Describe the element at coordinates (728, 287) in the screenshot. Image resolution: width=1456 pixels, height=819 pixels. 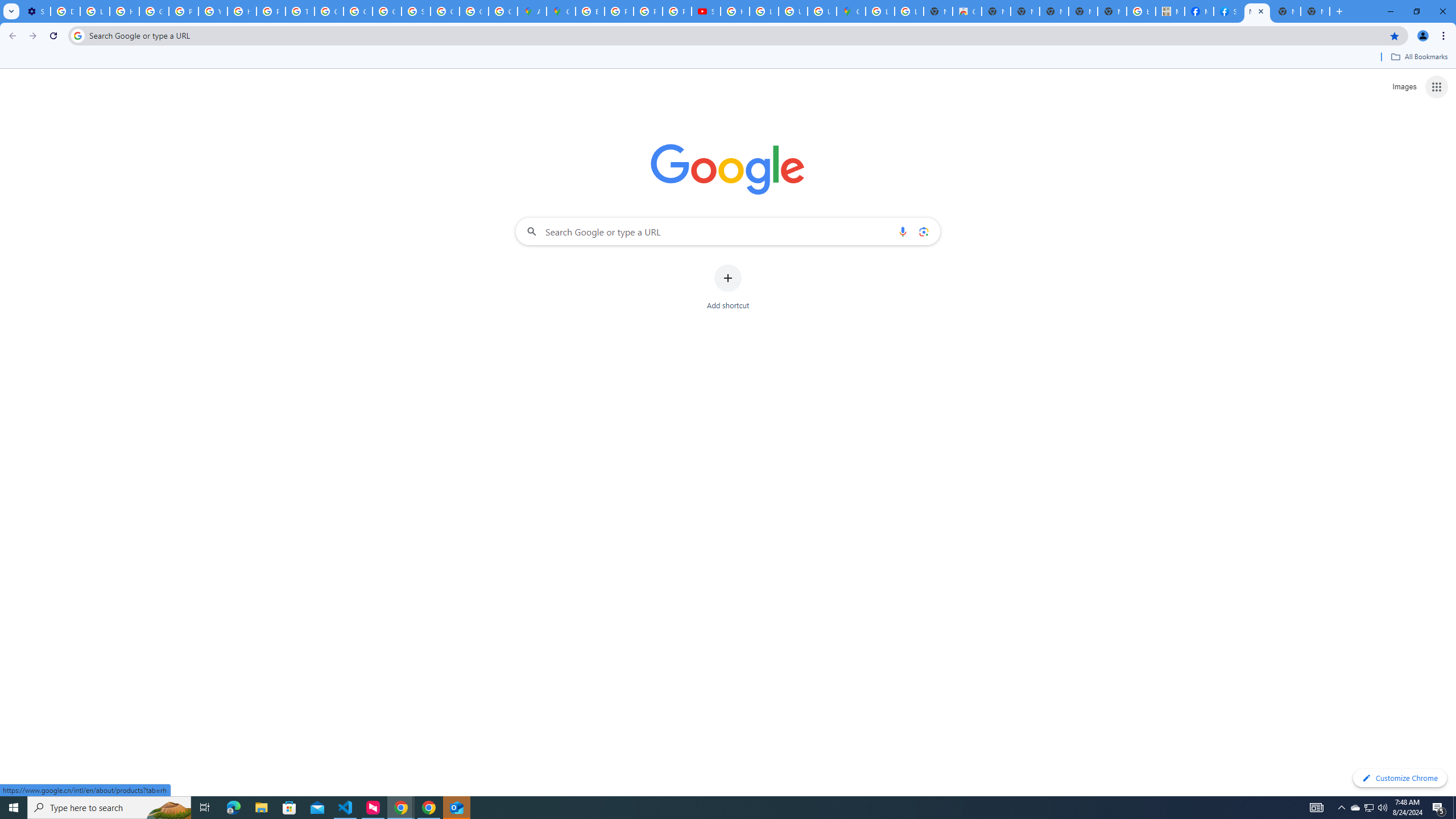
I see `'Add shortcut'` at that location.